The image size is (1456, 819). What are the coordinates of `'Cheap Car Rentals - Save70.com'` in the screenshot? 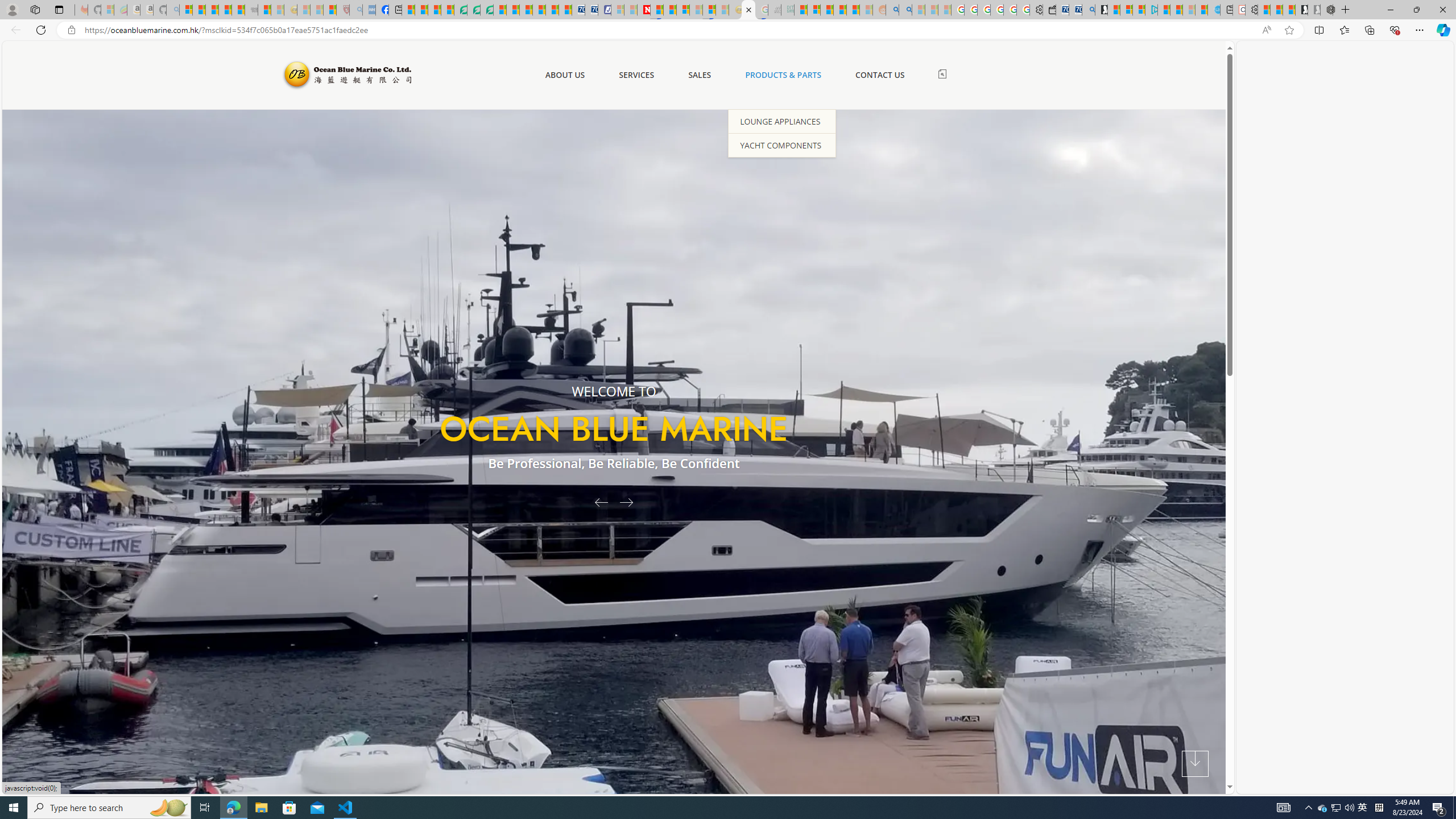 It's located at (1075, 9).